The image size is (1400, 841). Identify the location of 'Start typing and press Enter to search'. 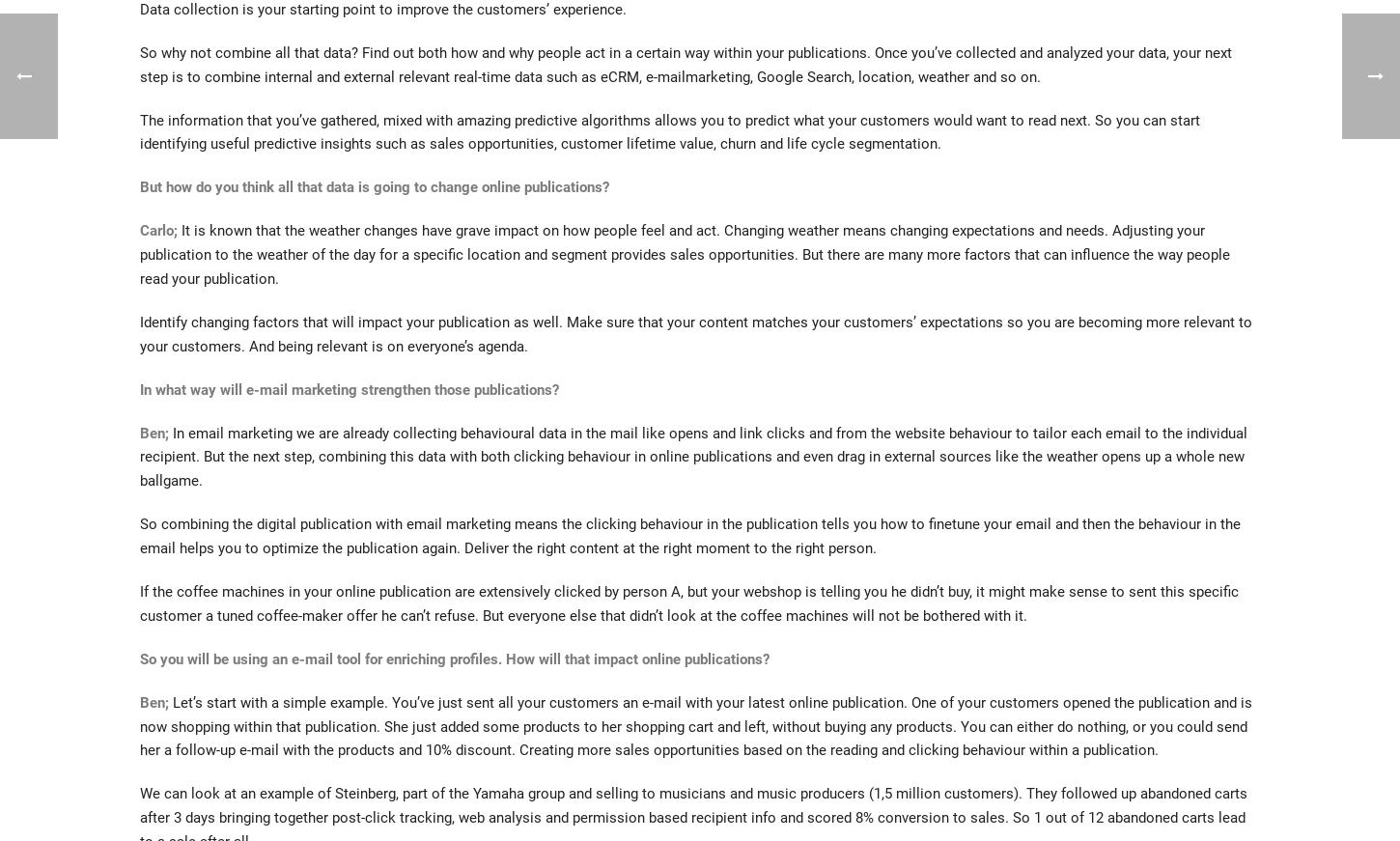
(698, 68).